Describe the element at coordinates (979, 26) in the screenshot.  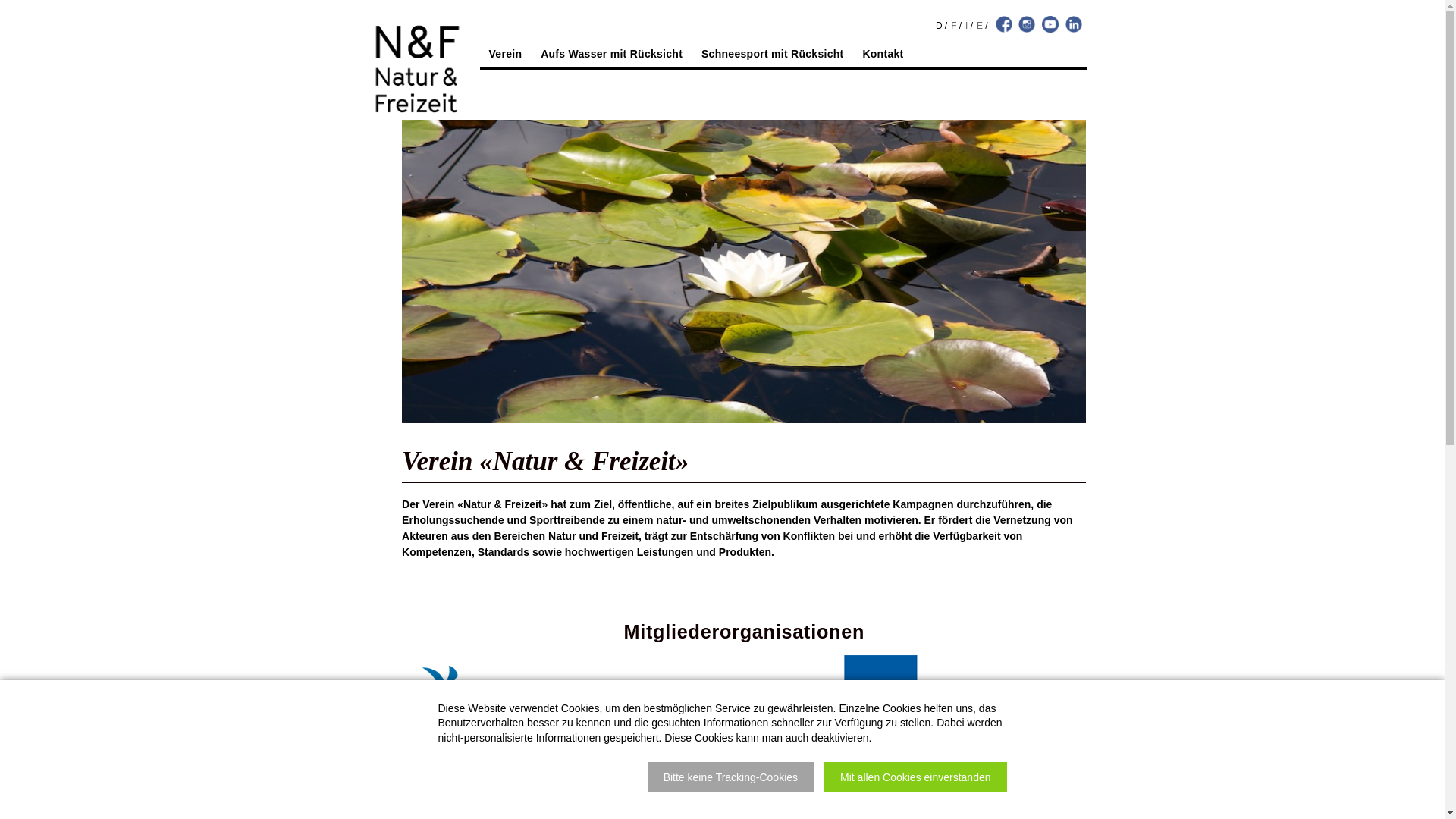
I see `'E'` at that location.